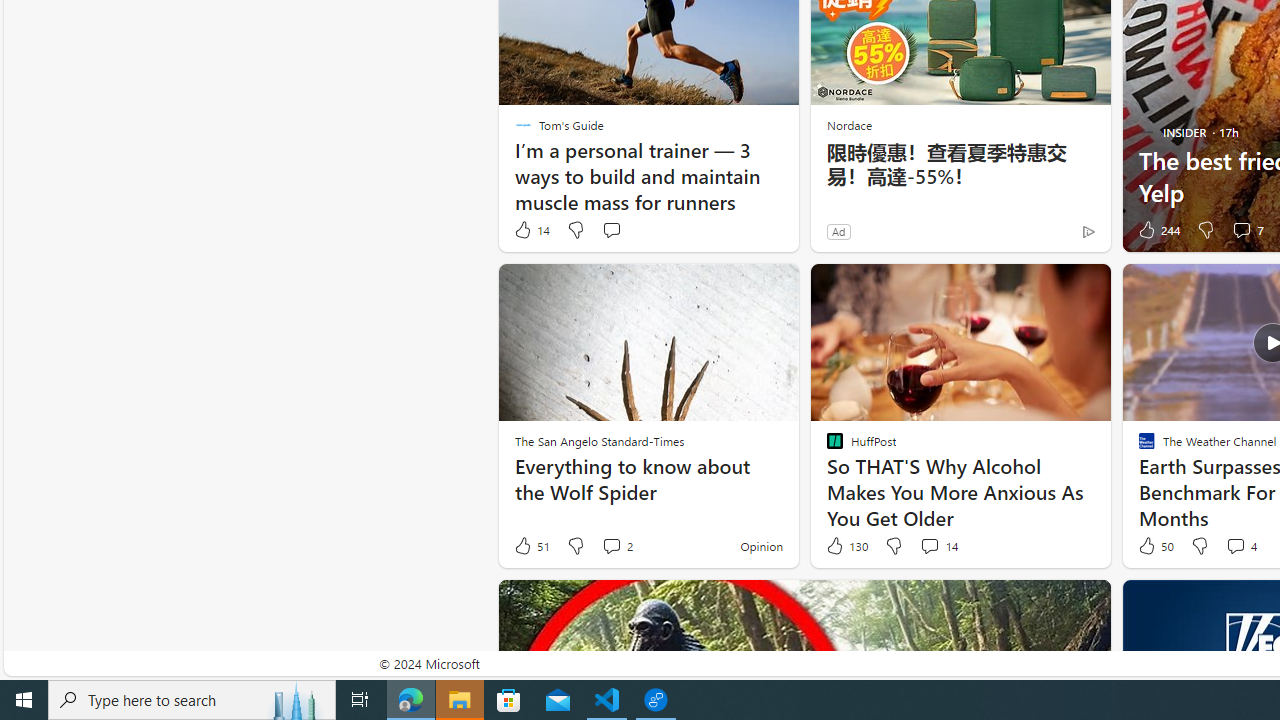 The height and width of the screenshot is (720, 1280). Describe the element at coordinates (1246, 229) in the screenshot. I see `'View comments 7 Comment'` at that location.